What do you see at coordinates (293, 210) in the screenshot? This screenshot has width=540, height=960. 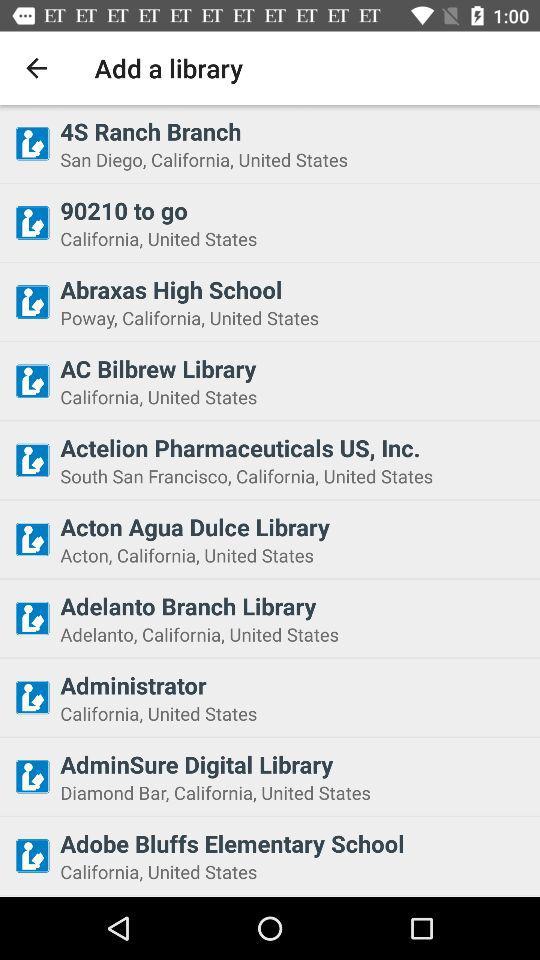 I see `the item above california, united states` at bounding box center [293, 210].